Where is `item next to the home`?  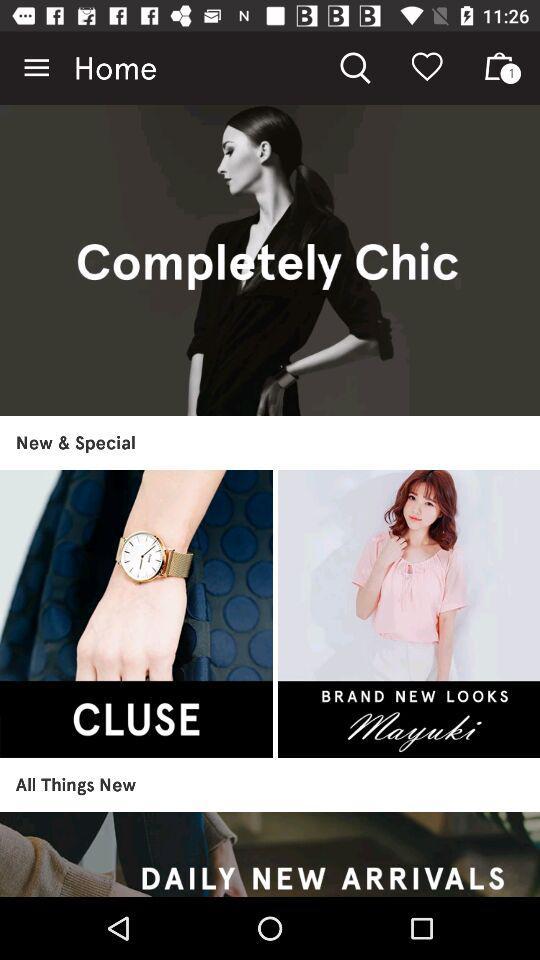 item next to the home is located at coordinates (36, 68).